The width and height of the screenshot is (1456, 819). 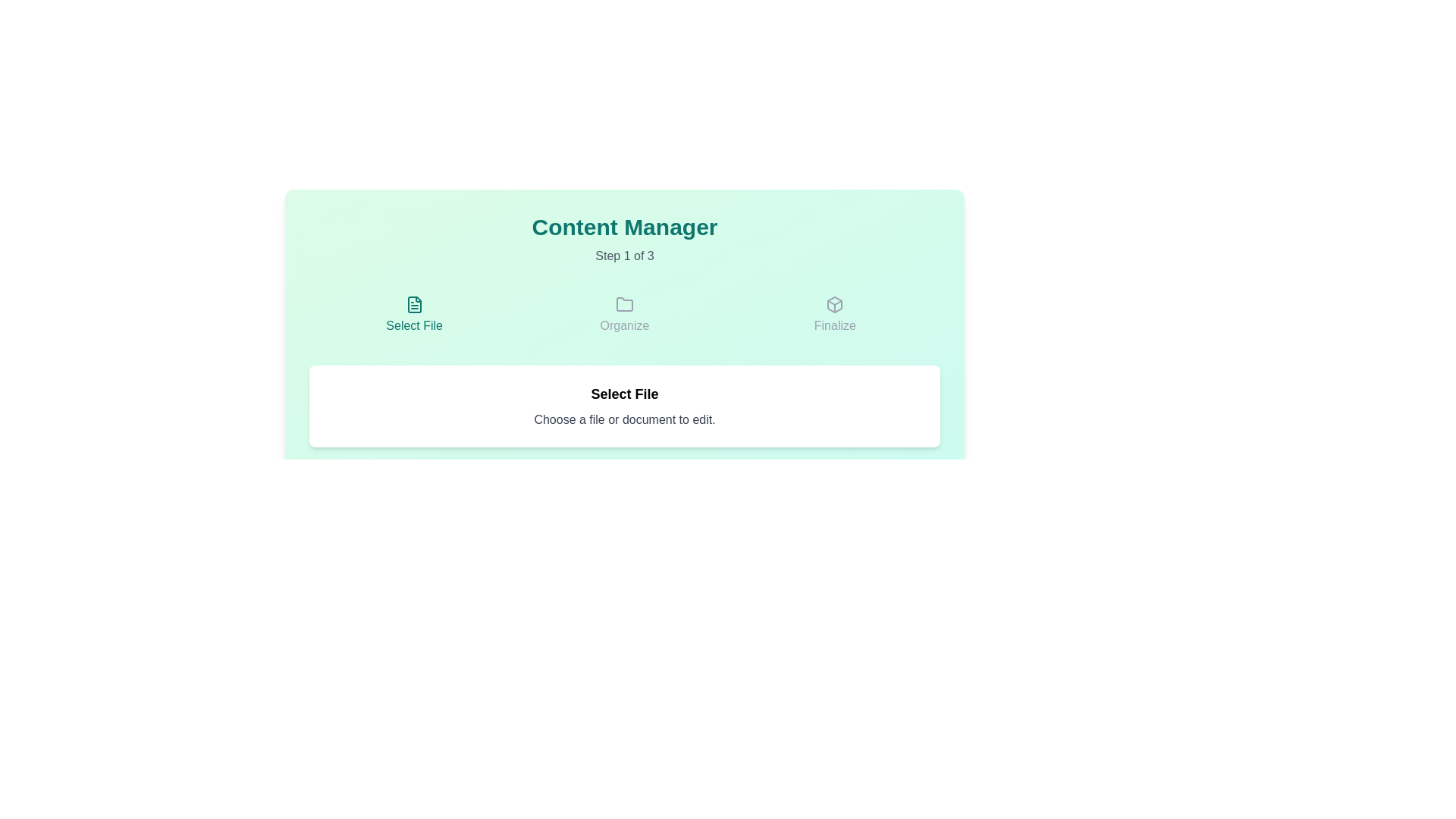 I want to click on the small gray SVG icon resembling a box or cube, which is the third icon in the row under the 'Finalize' label, so click(x=834, y=304).